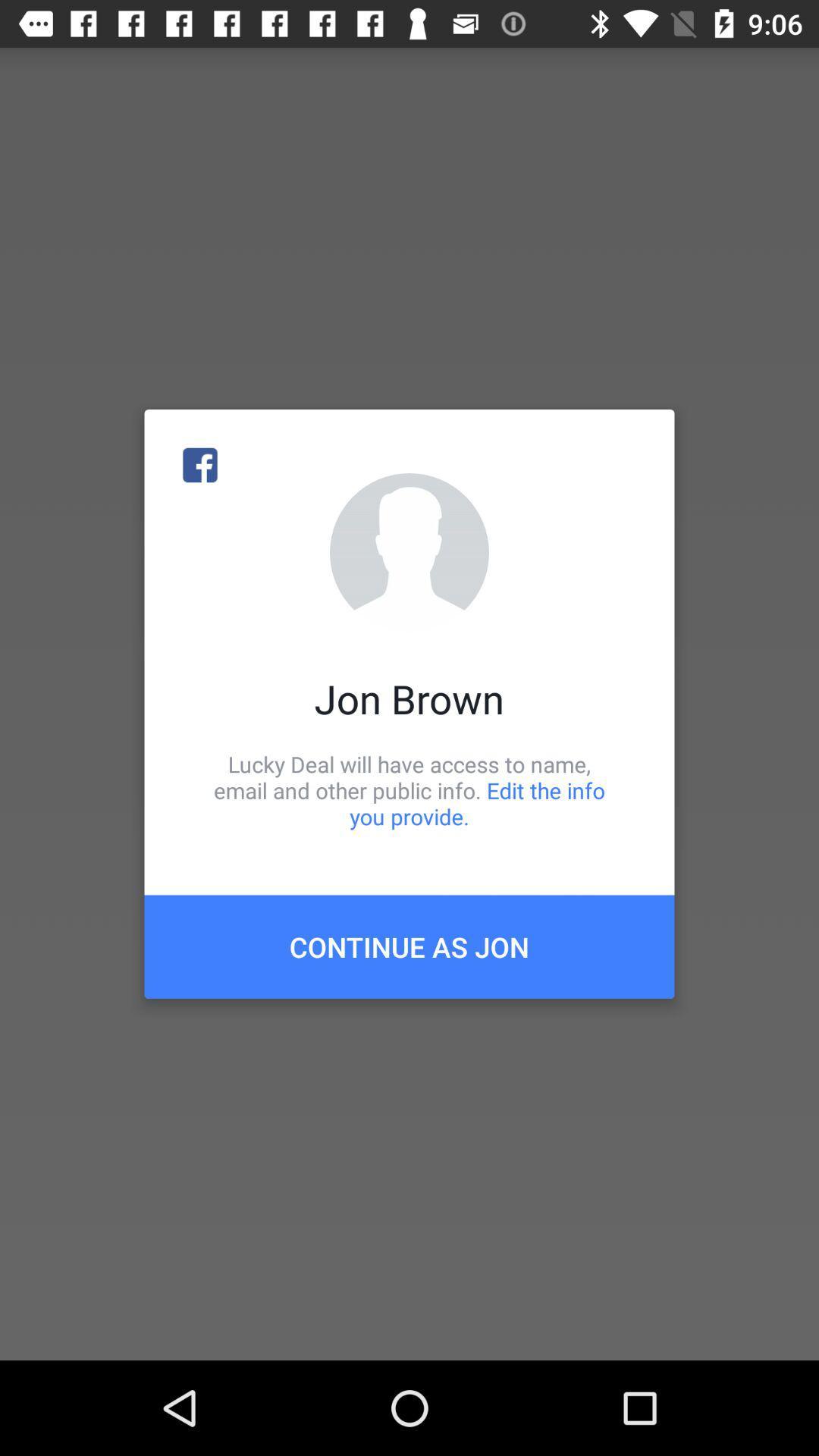  Describe the element at coordinates (409, 946) in the screenshot. I see `continue as jon` at that location.